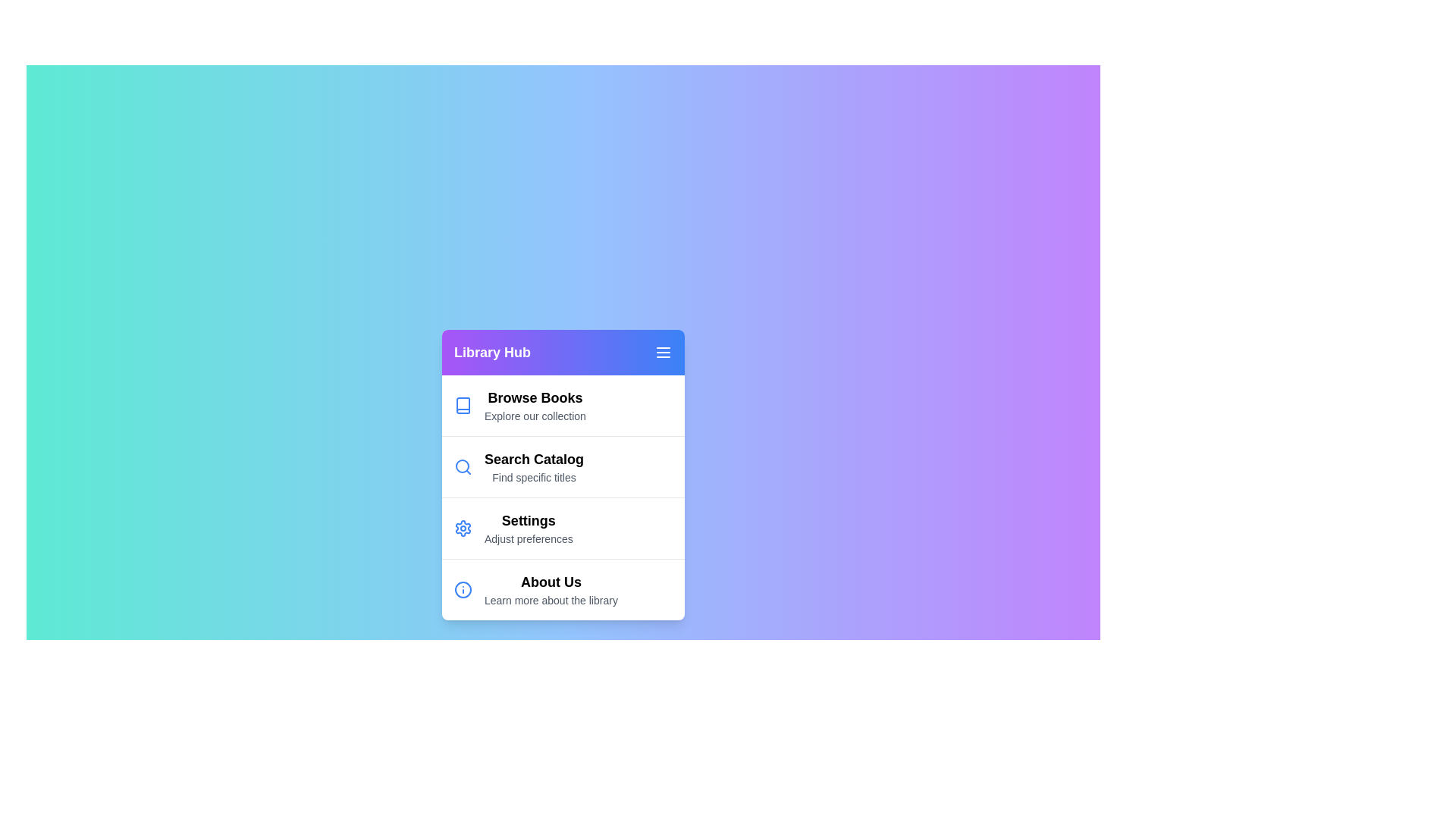  I want to click on the gradient background at its center, so click(563, 473).